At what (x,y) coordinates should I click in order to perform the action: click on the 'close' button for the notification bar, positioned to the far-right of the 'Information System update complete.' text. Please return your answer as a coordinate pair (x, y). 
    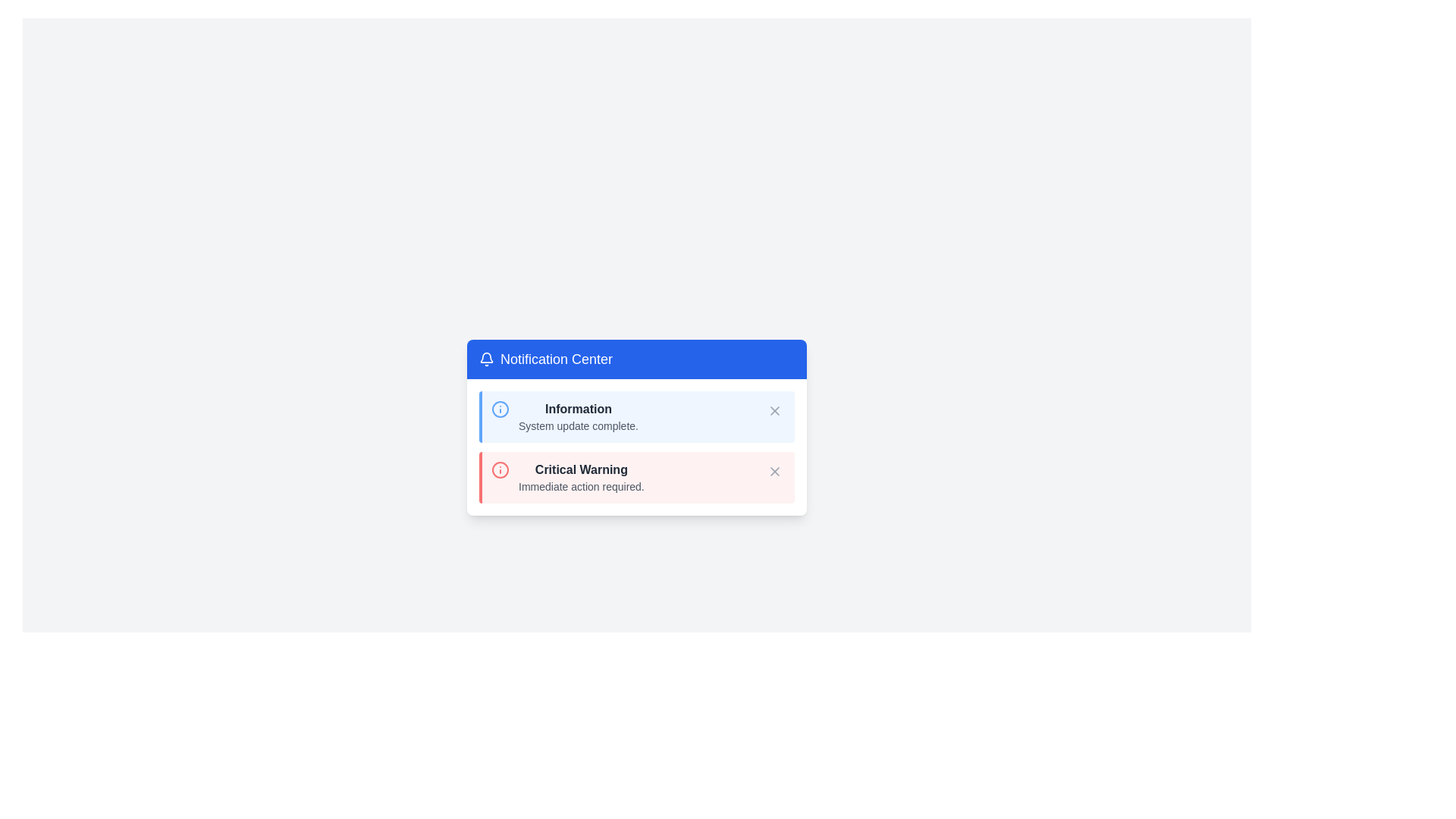
    Looking at the image, I should click on (775, 411).